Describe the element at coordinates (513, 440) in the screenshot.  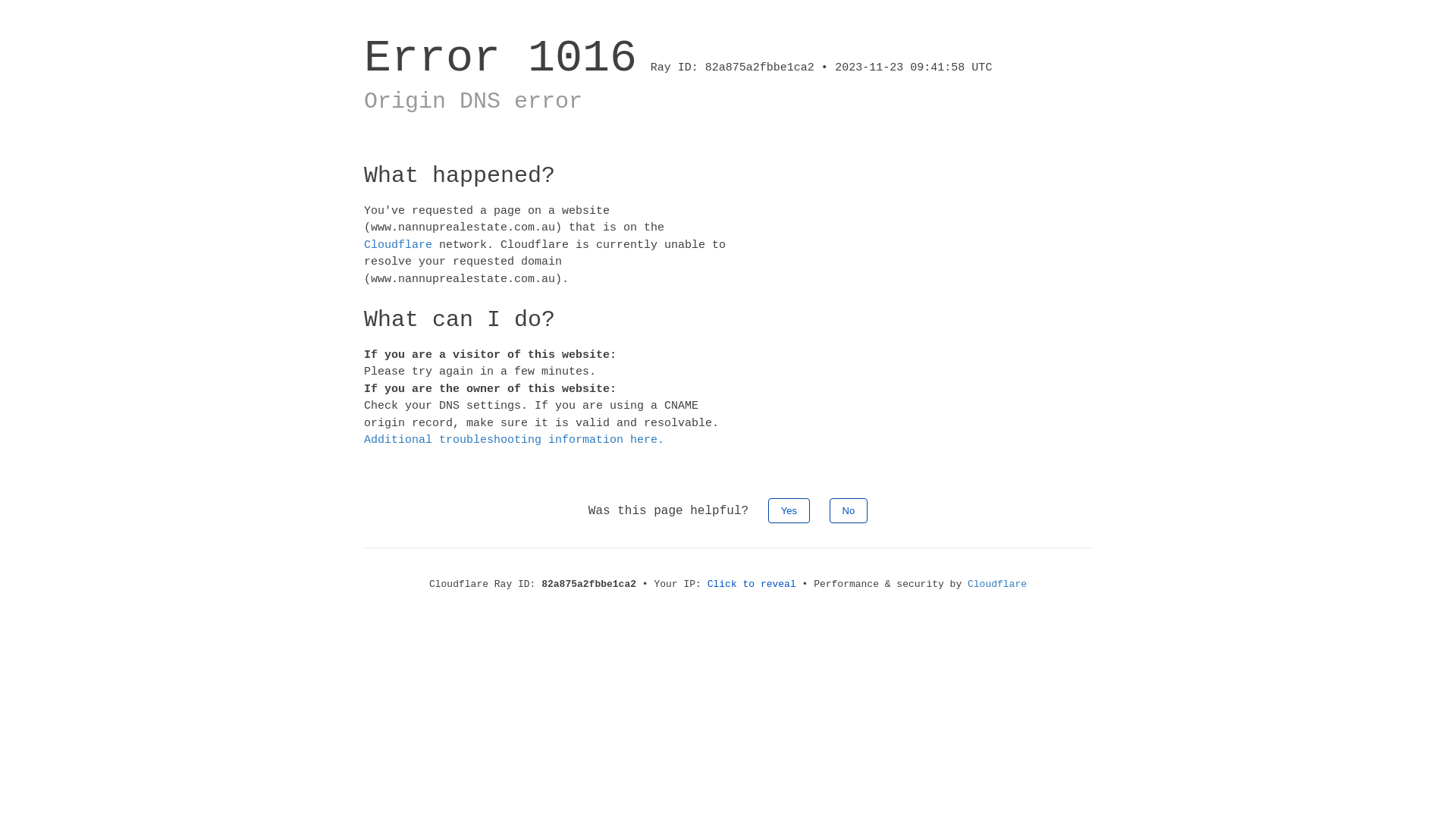
I see `'Additional troubleshooting information here.'` at that location.